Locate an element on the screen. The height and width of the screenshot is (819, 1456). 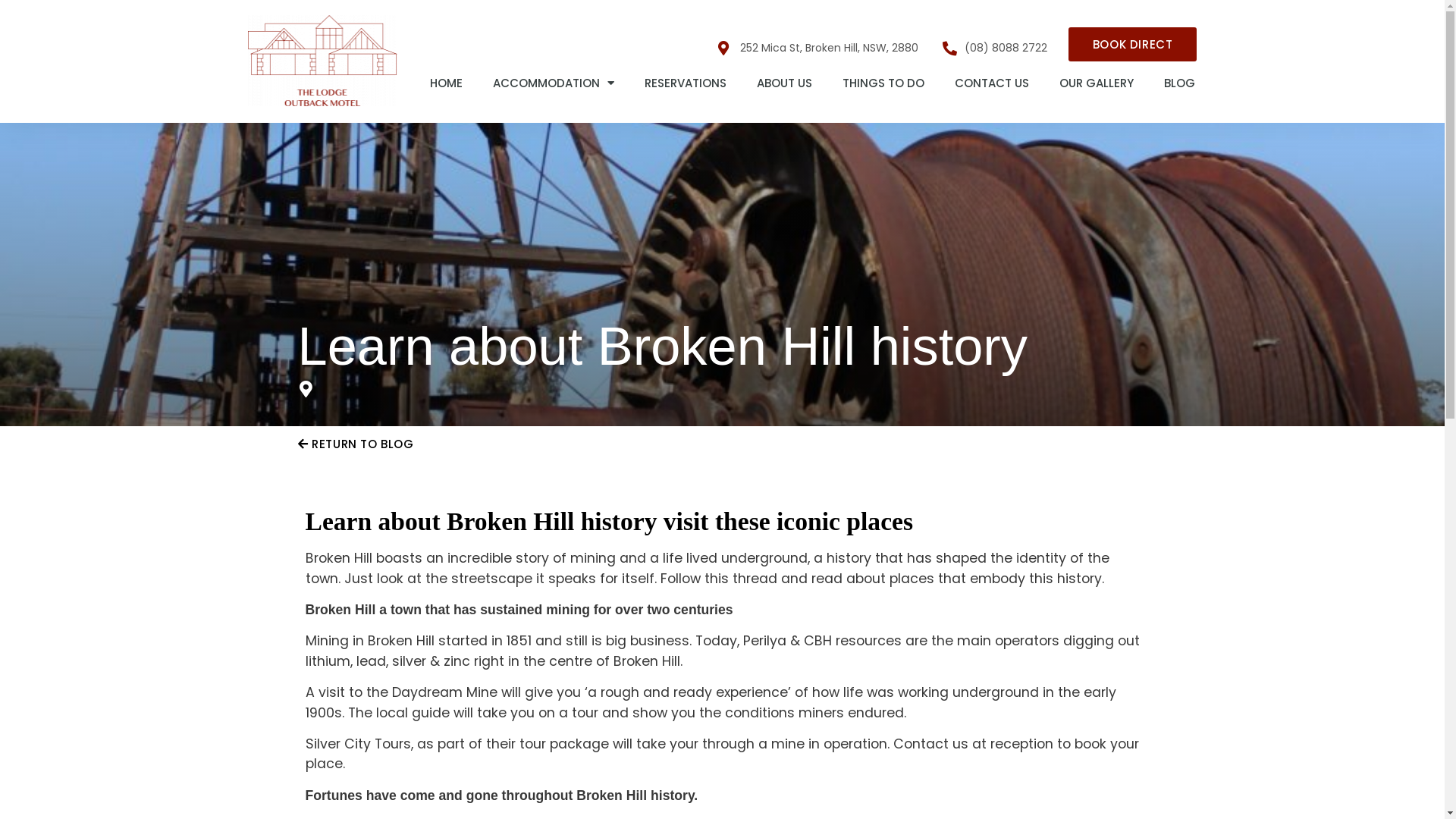
'(08) 8088 2722' is located at coordinates (994, 46).